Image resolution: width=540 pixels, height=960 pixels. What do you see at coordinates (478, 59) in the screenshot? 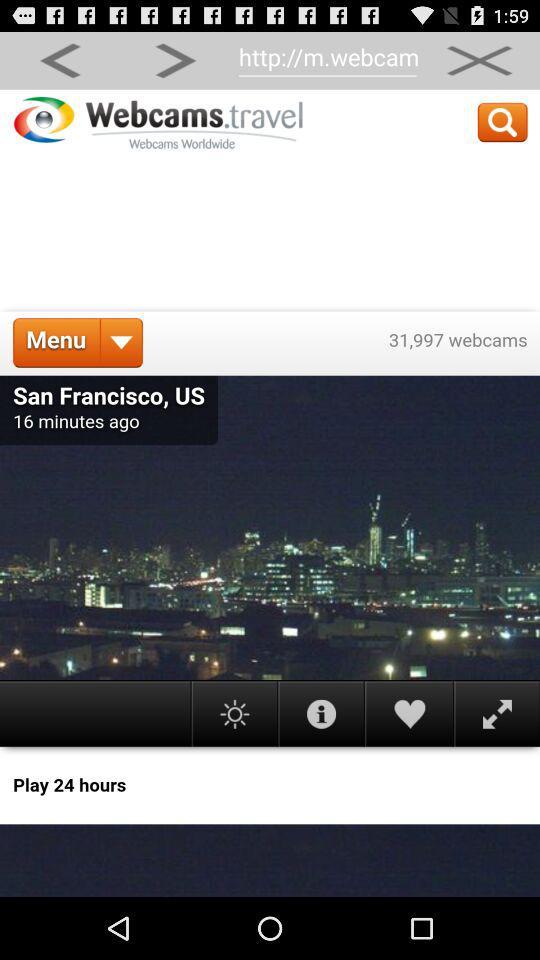
I see `close` at bounding box center [478, 59].